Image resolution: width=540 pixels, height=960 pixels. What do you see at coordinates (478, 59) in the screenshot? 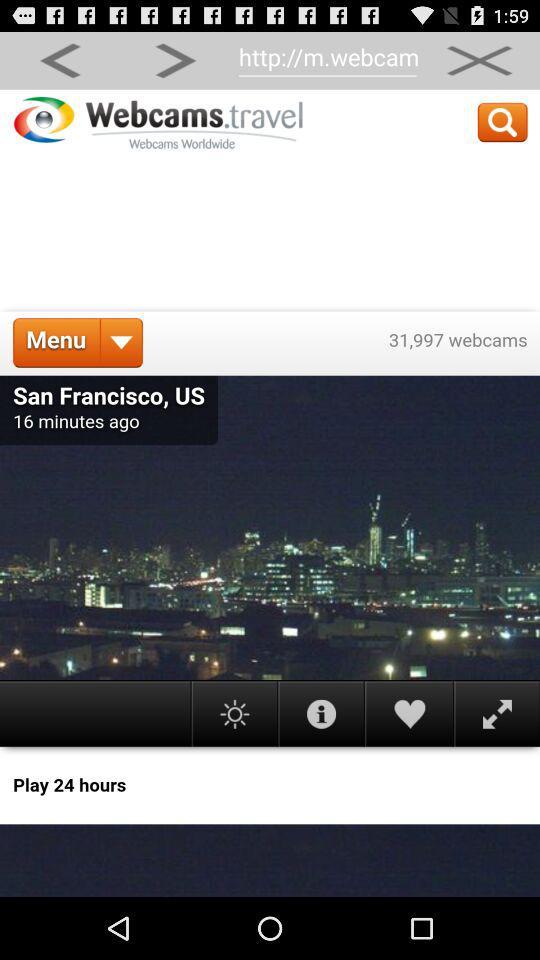
I see `close` at bounding box center [478, 59].